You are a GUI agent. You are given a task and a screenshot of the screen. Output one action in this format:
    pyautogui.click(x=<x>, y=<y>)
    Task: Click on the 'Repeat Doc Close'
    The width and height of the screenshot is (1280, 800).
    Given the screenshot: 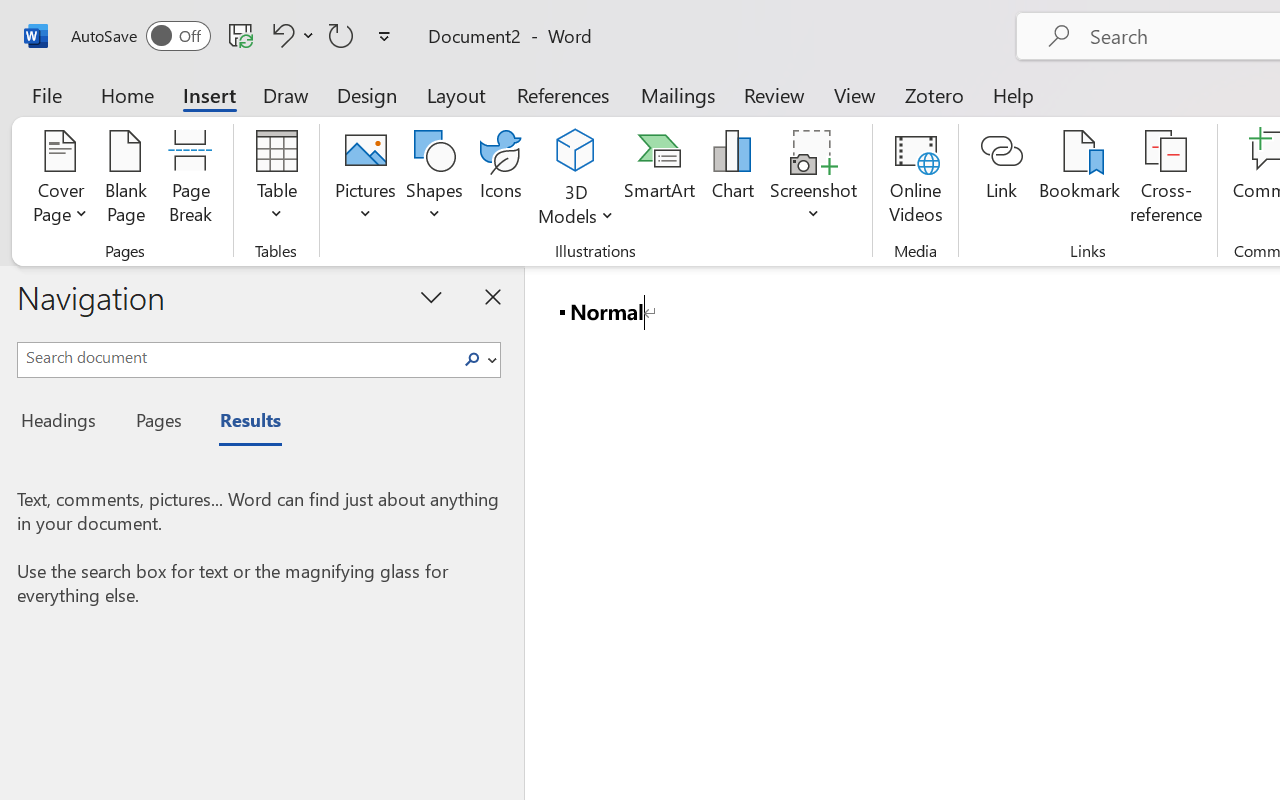 What is the action you would take?
    pyautogui.click(x=341, y=34)
    